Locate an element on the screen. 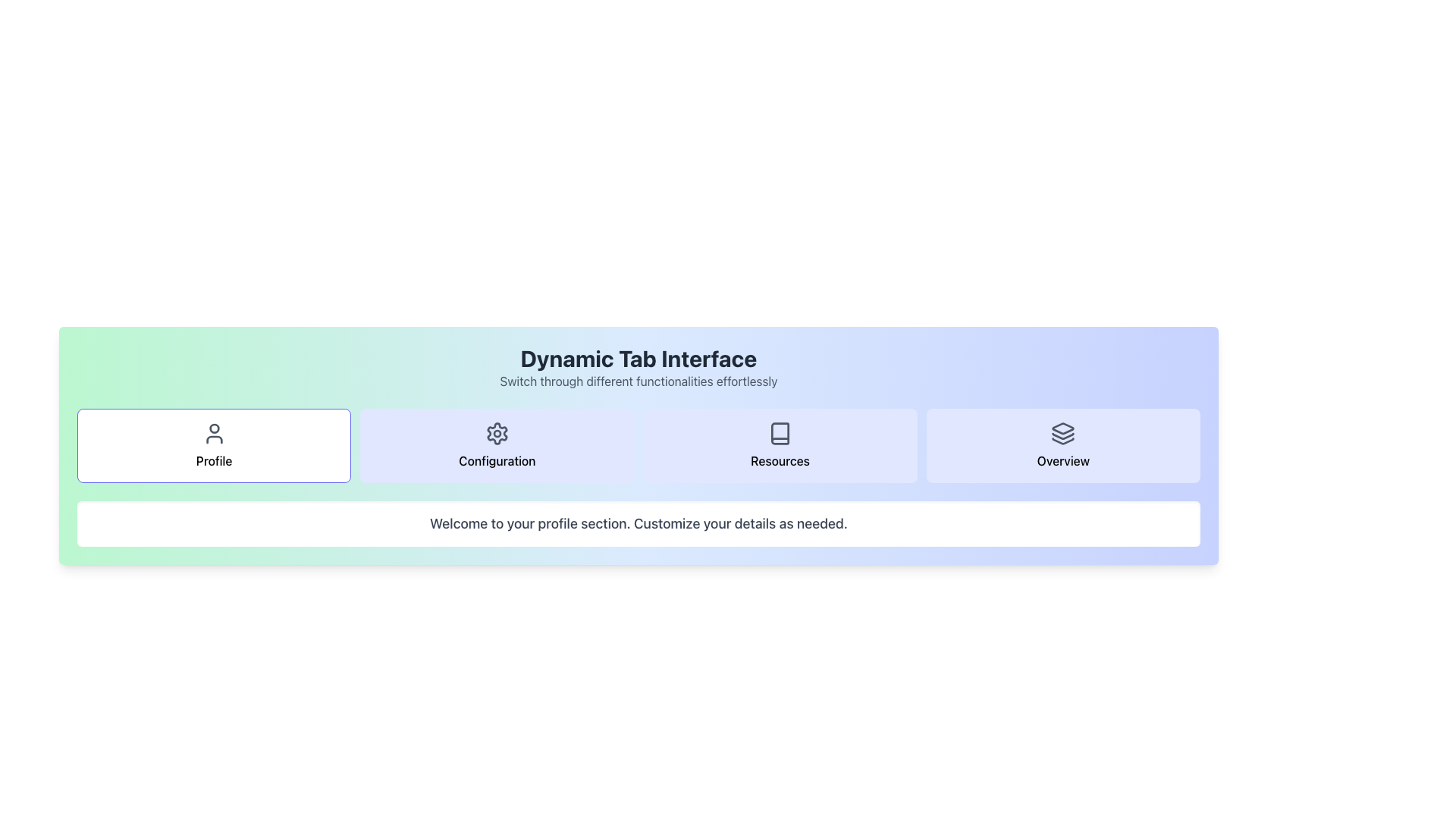 This screenshot has height=819, width=1456. the text label indicating the Configuration section of the application interface, which provides a visual cue for users is located at coordinates (497, 460).